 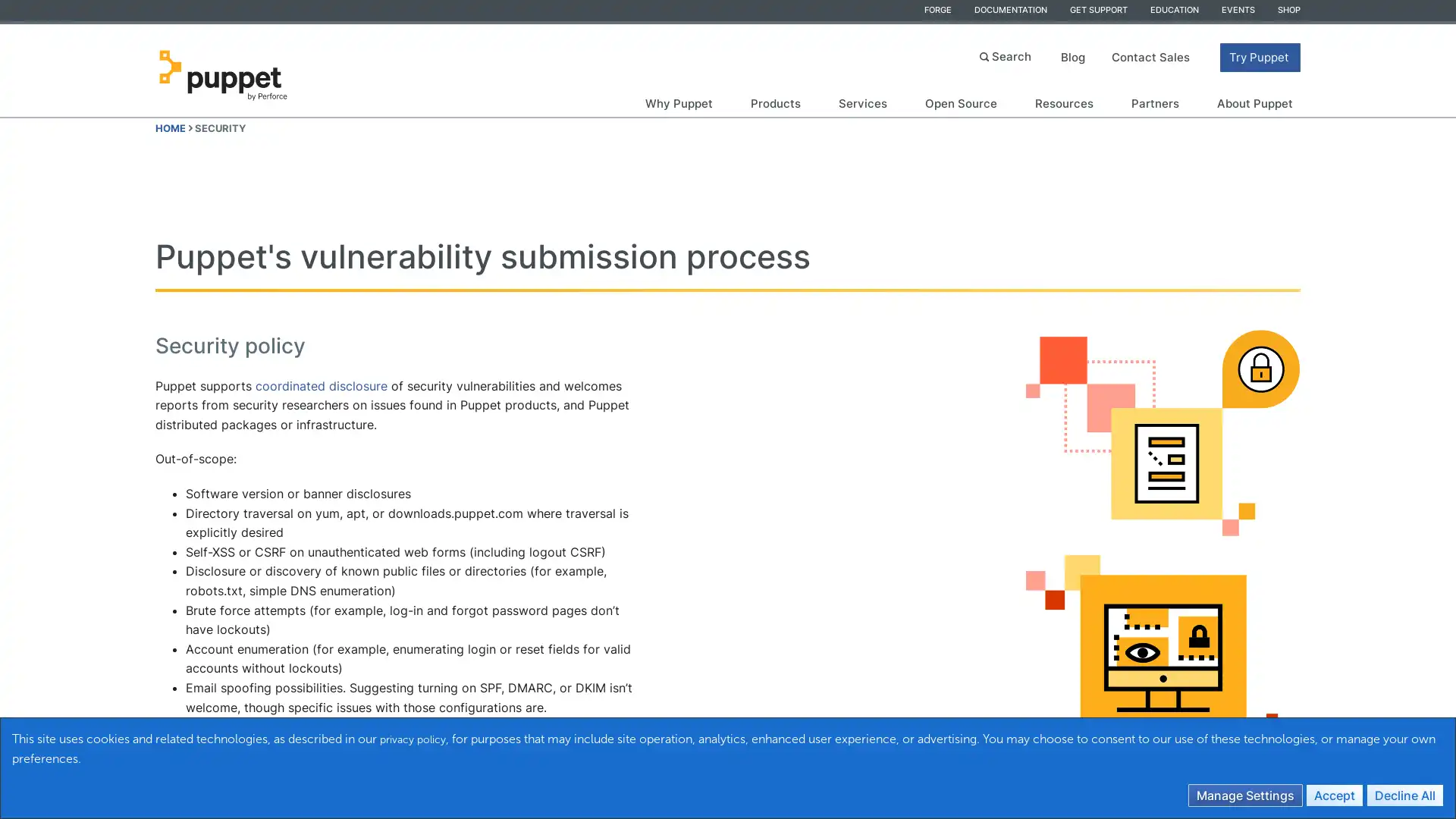 What do you see at coordinates (1007, 55) in the screenshot?
I see `Search` at bounding box center [1007, 55].